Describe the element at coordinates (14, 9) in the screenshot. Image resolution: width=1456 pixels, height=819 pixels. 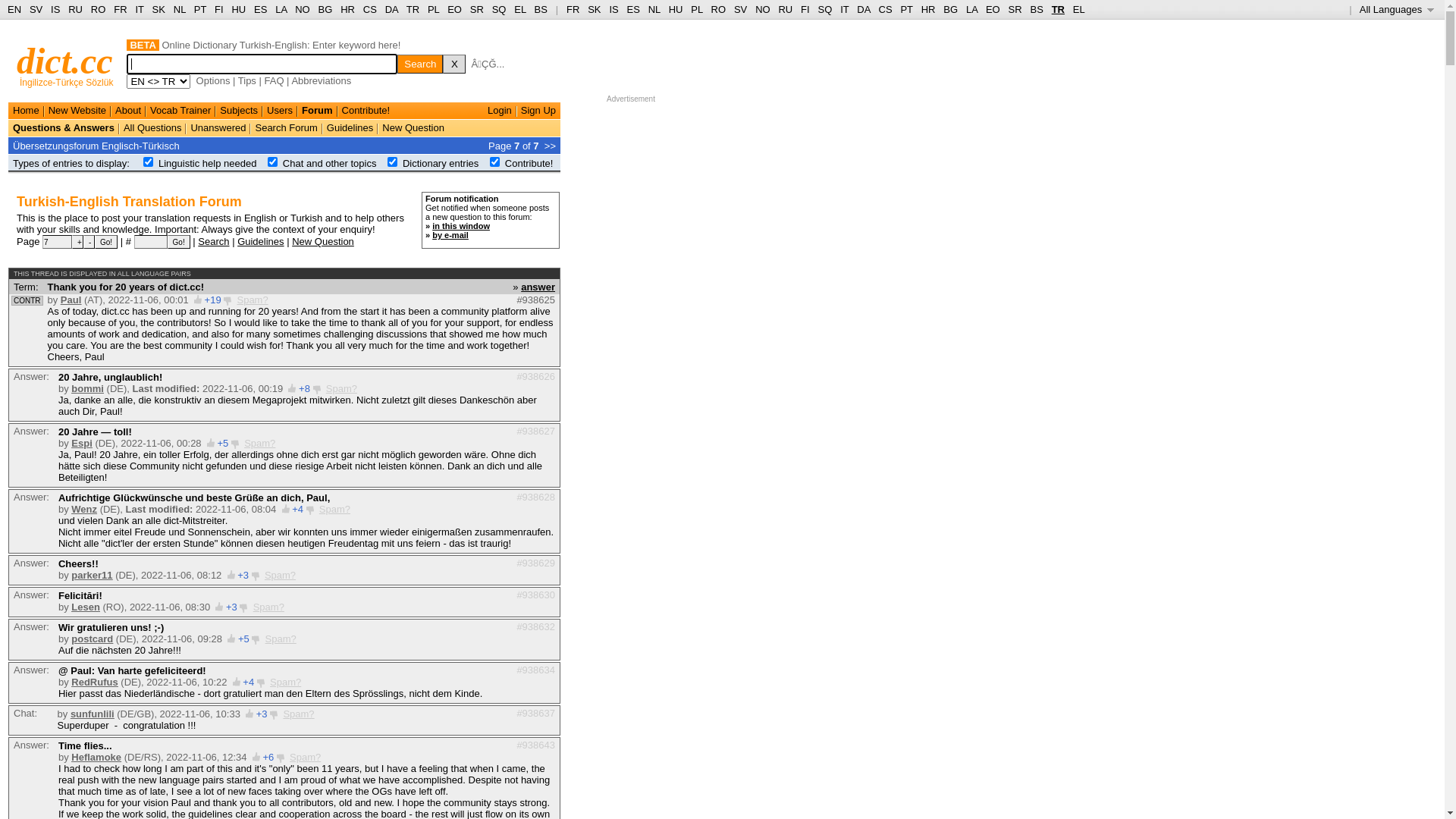
I see `'EN'` at that location.